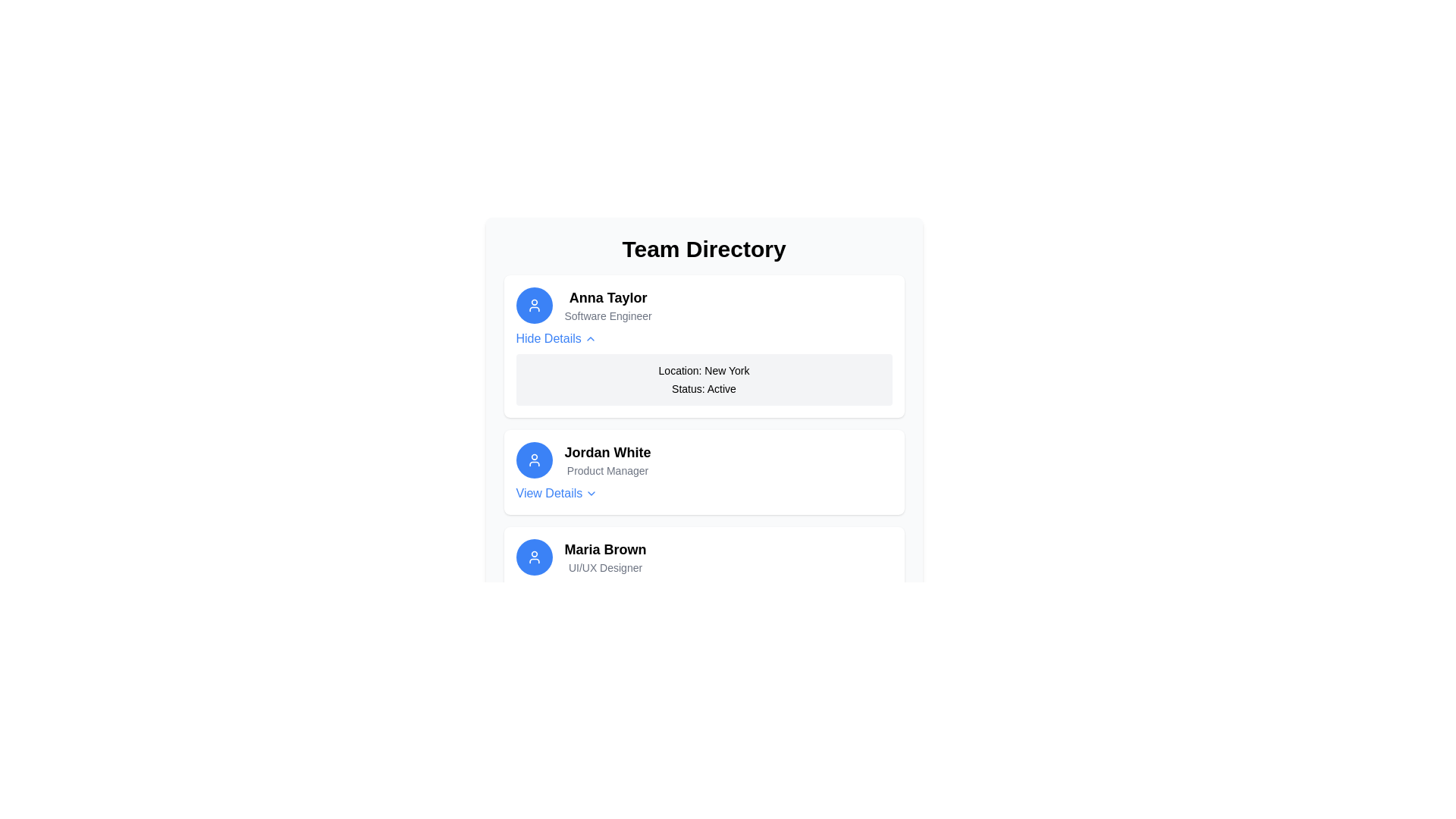 Image resolution: width=1456 pixels, height=819 pixels. Describe the element at coordinates (589, 338) in the screenshot. I see `the Chevron icon located to the right of the 'Hide Details' text in the first directory entry for Anna Taylor in the 'Team Directory' list to receive potential visual feedback` at that location.